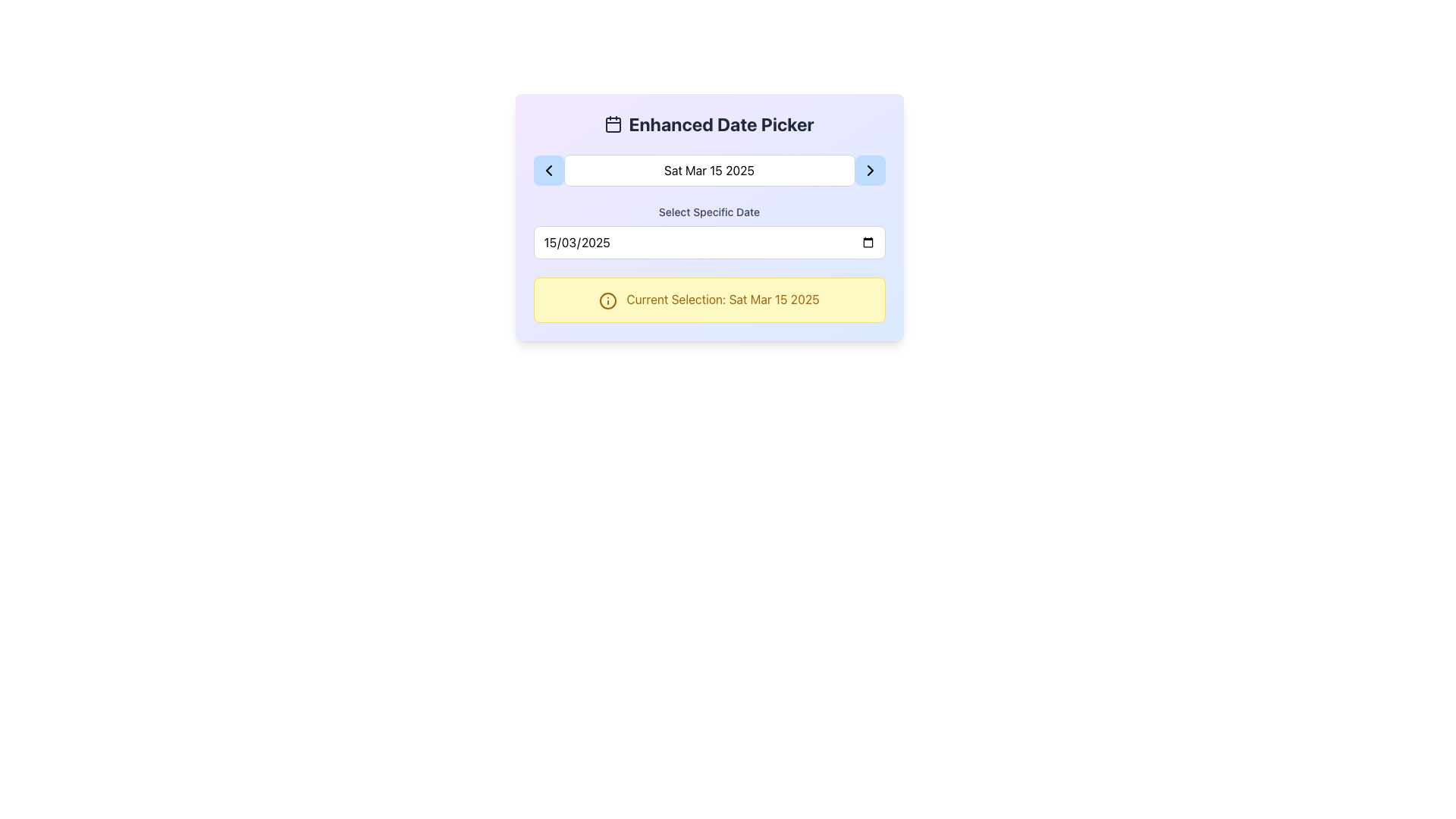 The width and height of the screenshot is (1456, 819). I want to click on the calendar icon SVG graphic located to the left of the 'Enhanced Date Picker' header text, so click(613, 124).